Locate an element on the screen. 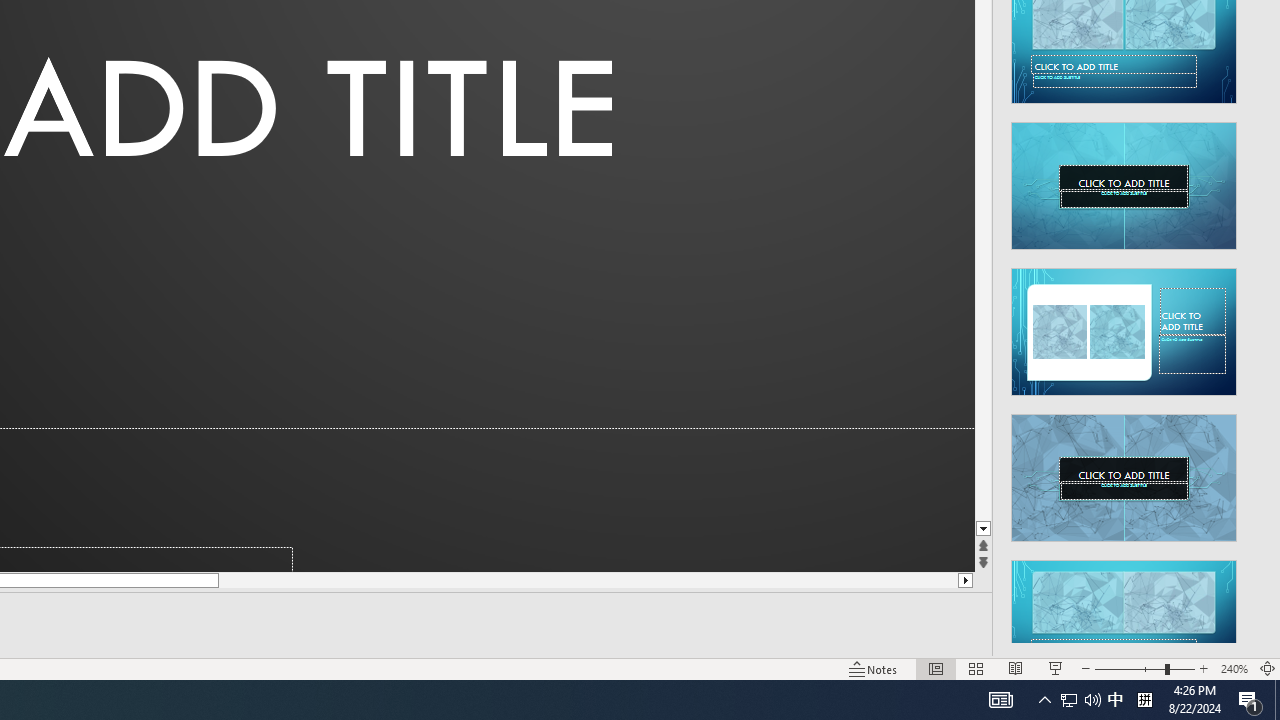 Image resolution: width=1280 pixels, height=720 pixels. 'Notes ' is located at coordinates (874, 669).